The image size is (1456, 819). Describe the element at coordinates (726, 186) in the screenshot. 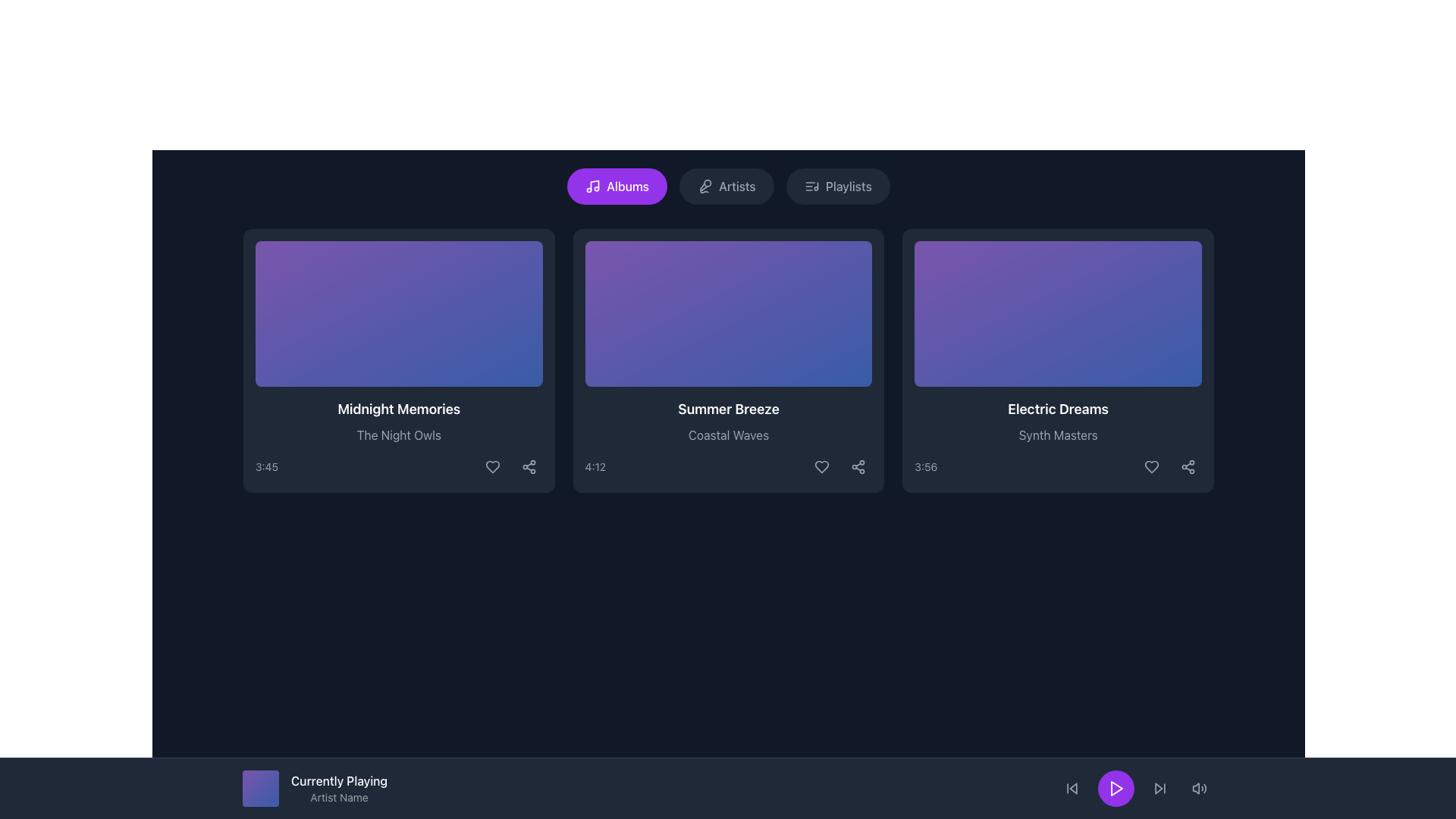

I see `the 'Artists' button, which is a rounded rectangular gray button with a microphone icon, located centrally near the top of the interface between 'Albums' and 'Playlists'` at that location.